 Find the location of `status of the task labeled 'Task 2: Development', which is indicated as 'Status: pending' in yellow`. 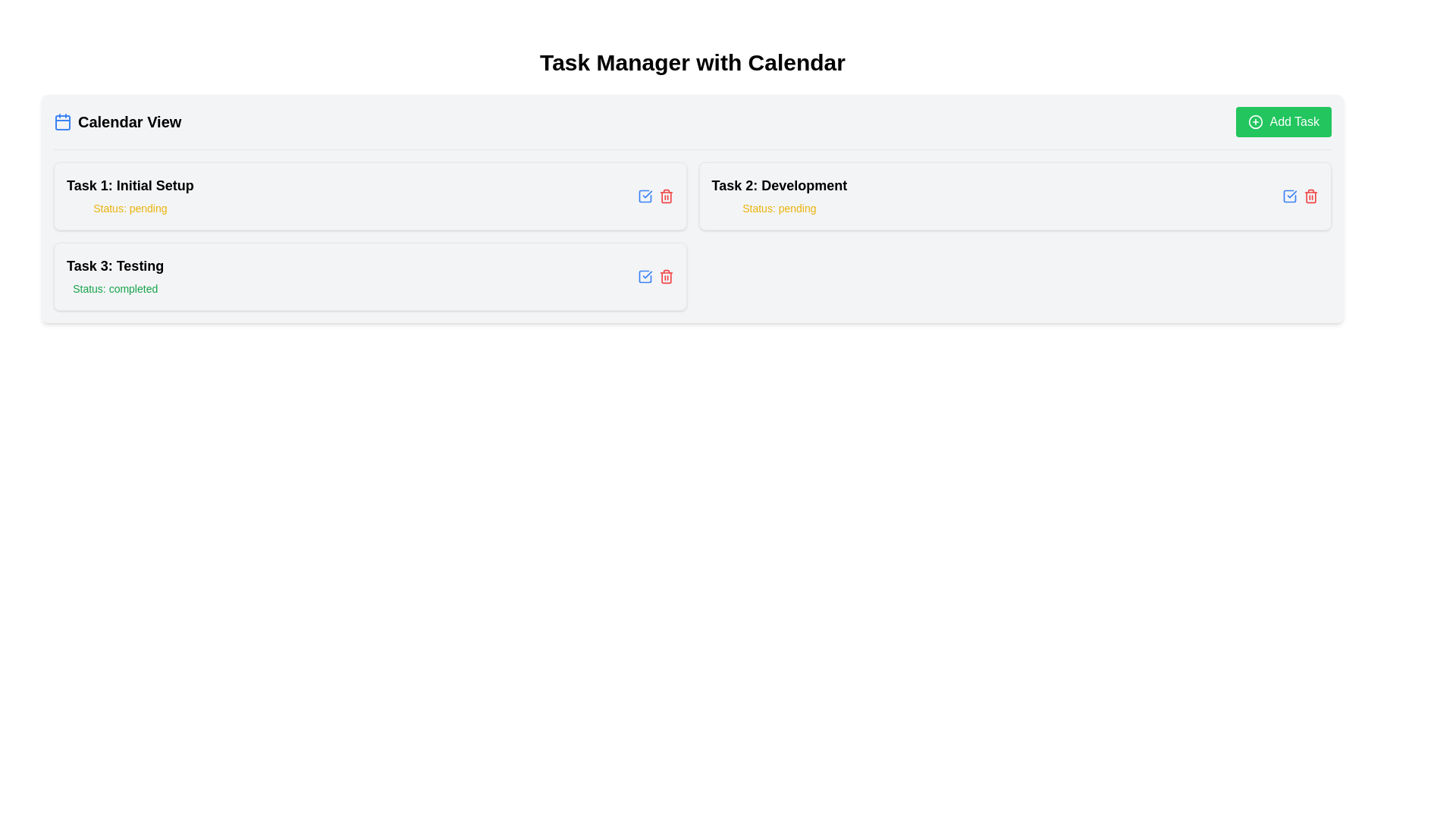

status of the task labeled 'Task 2: Development', which is indicated as 'Status: pending' in yellow is located at coordinates (779, 195).